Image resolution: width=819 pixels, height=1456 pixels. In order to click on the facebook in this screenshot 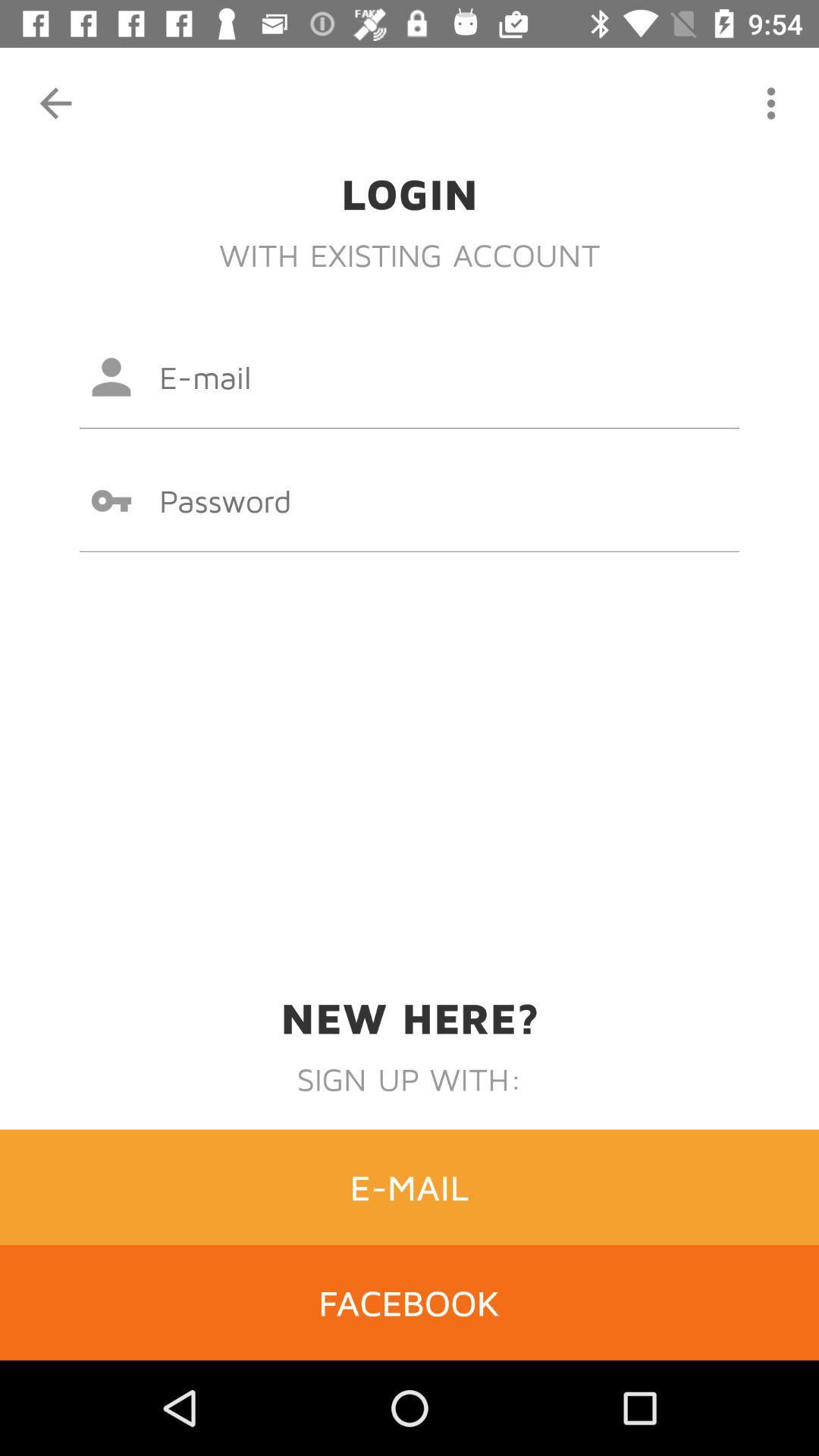, I will do `click(409, 1301)`.